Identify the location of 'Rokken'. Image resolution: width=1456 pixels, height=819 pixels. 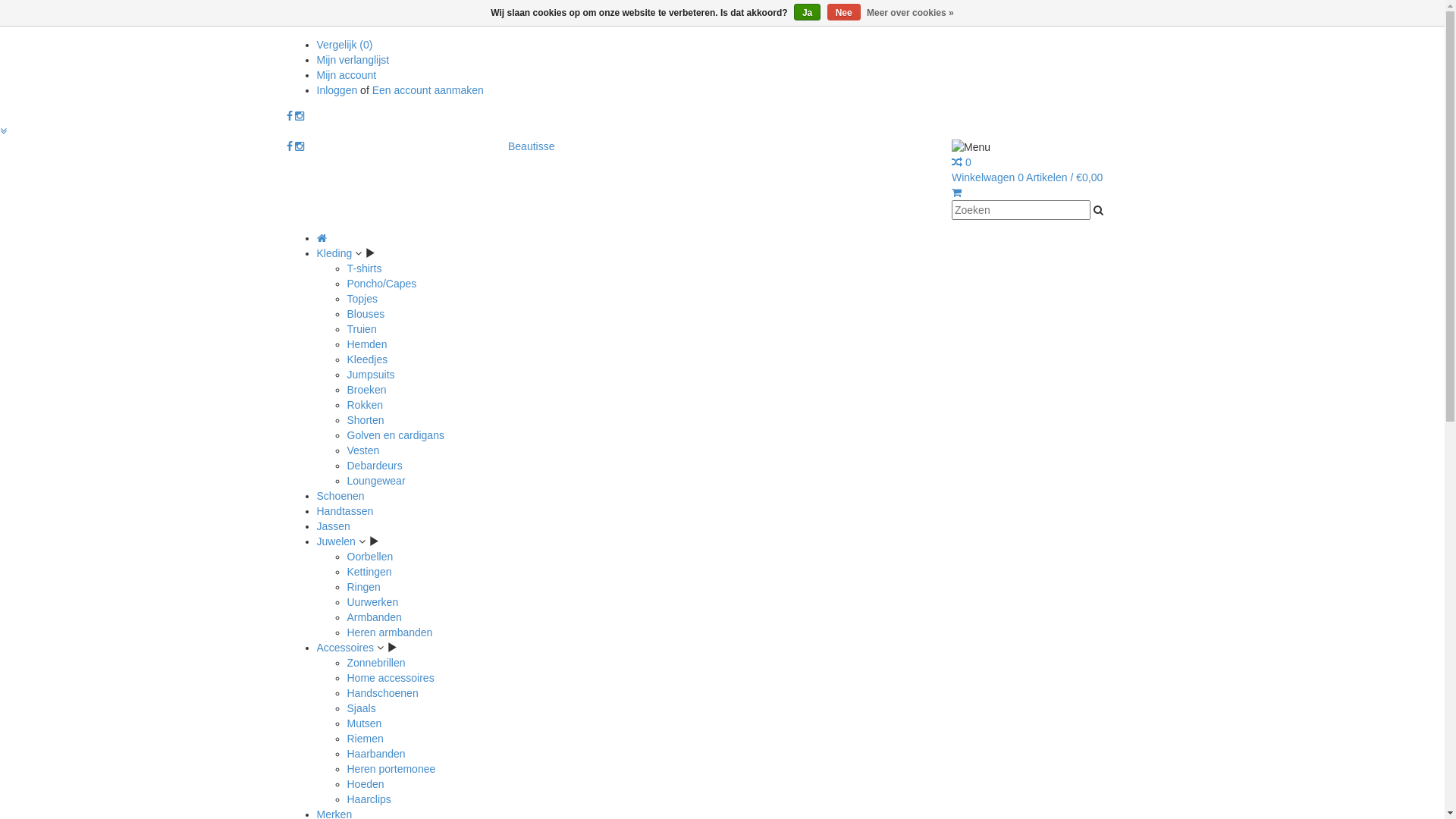
(365, 403).